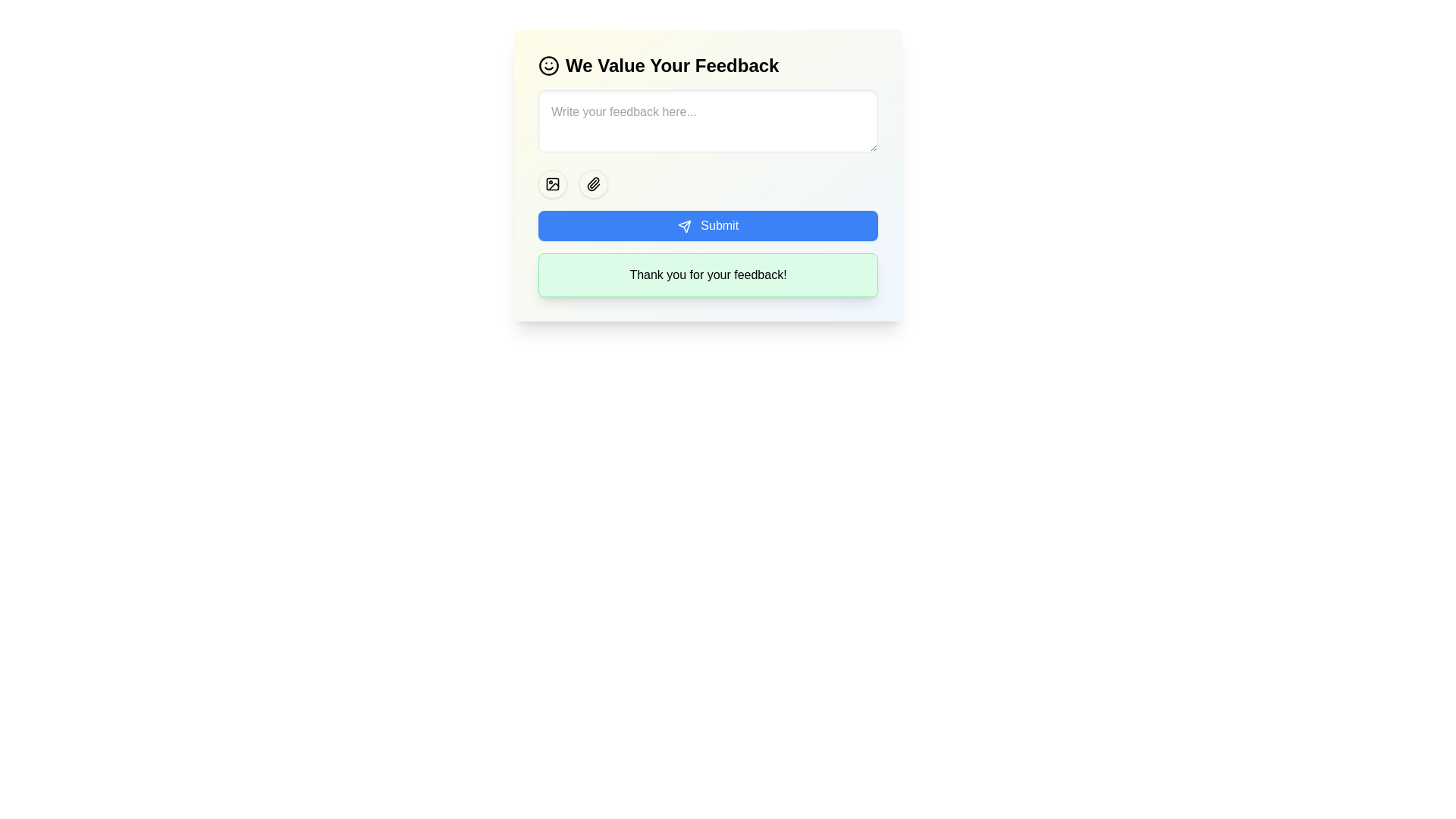 The height and width of the screenshot is (819, 1456). Describe the element at coordinates (552, 184) in the screenshot. I see `the small black image thumbnail icon within the circular button located near the top left of the feedback interface section, just below the text input field` at that location.